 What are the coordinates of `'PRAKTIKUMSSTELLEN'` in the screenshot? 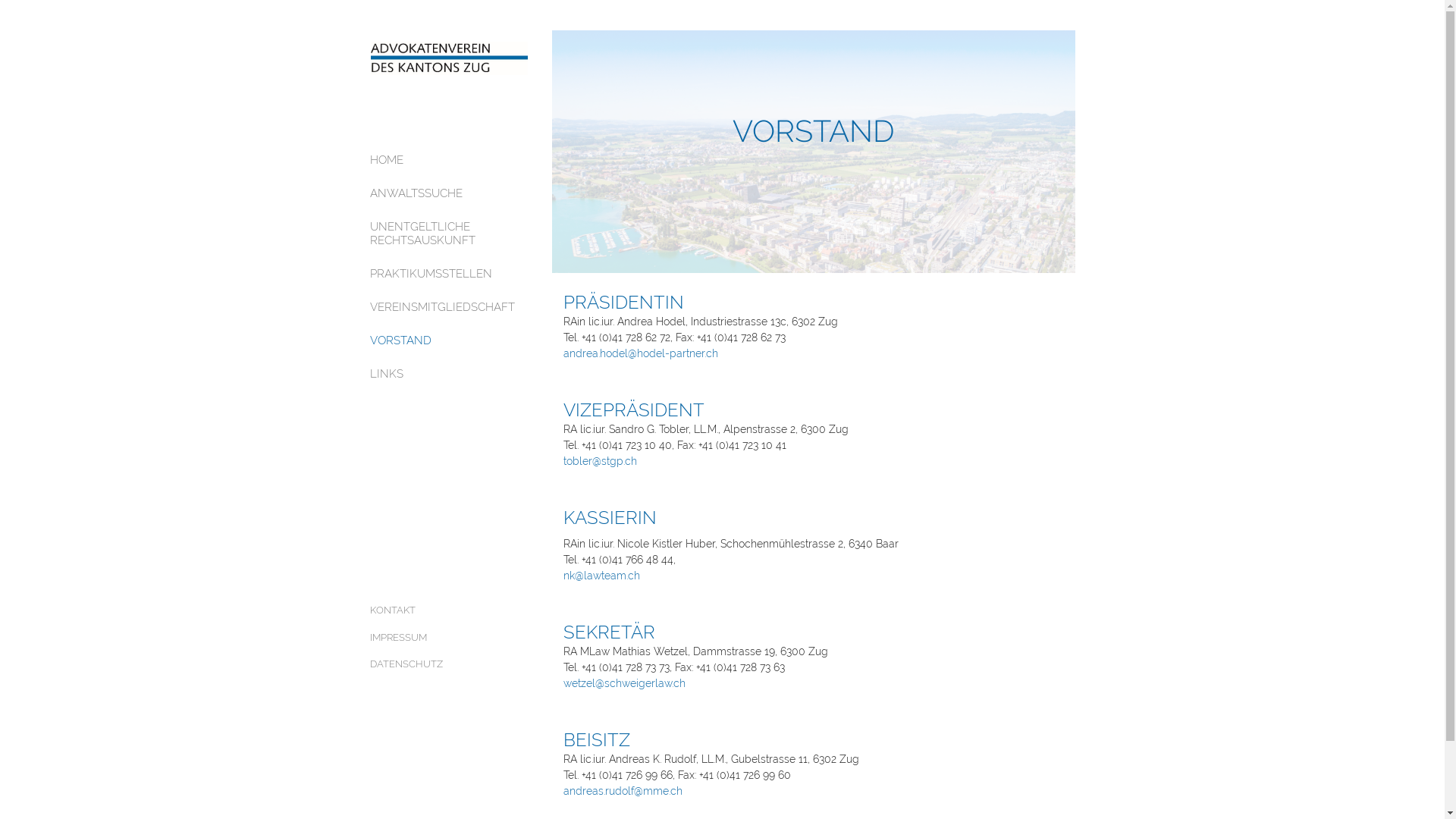 It's located at (449, 274).